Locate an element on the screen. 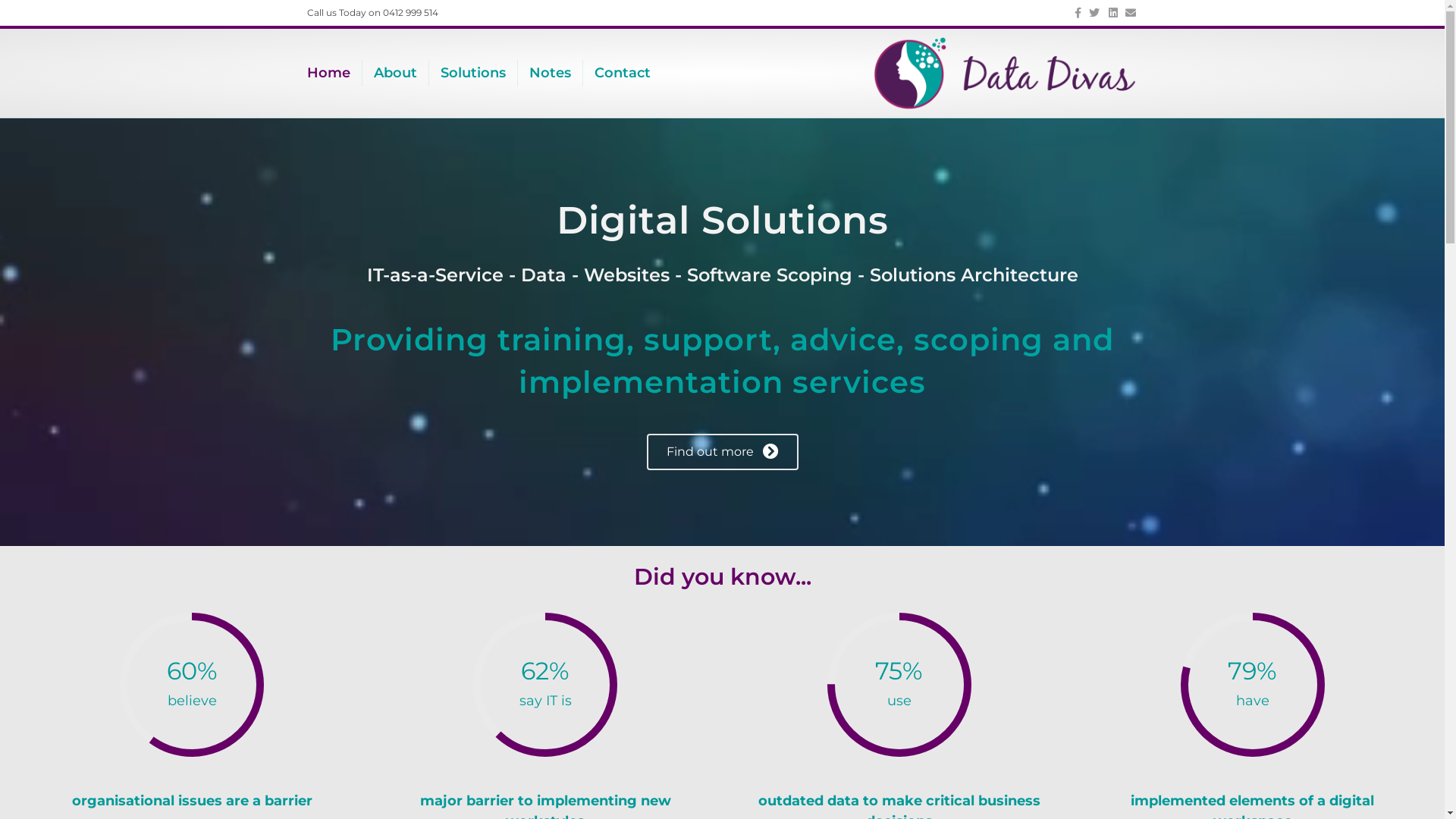 The width and height of the screenshot is (1456, 819). 'Twitter' is located at coordinates (1080, 11).